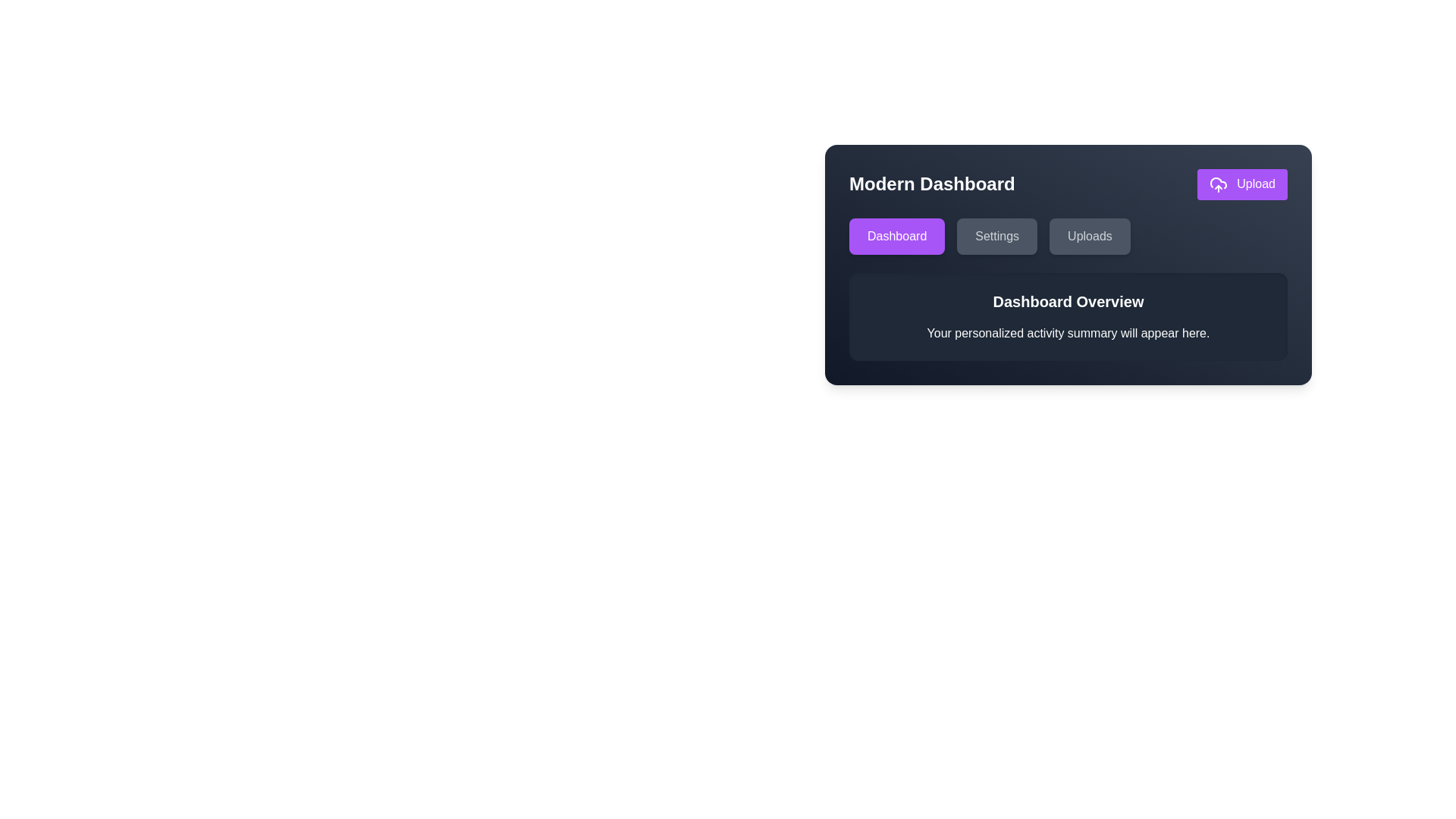 The height and width of the screenshot is (819, 1456). I want to click on the upload icon located within the purple 'Upload' button at the top-right corner of the 'Modern Dashboard' card, so click(1218, 184).